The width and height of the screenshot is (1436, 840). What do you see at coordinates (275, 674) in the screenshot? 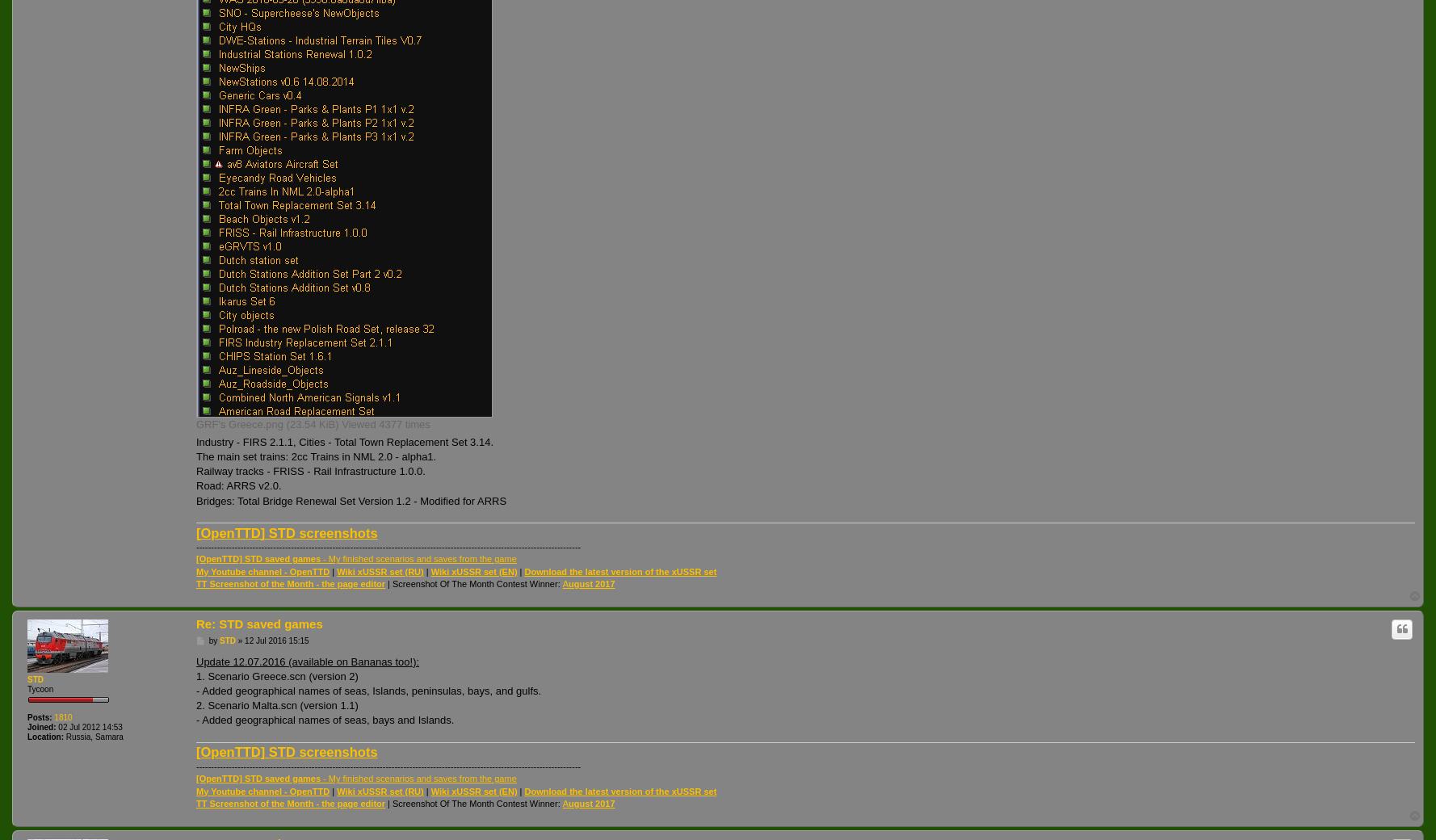
I see `'1. Scenario Greece.scn (version 2)'` at bounding box center [275, 674].